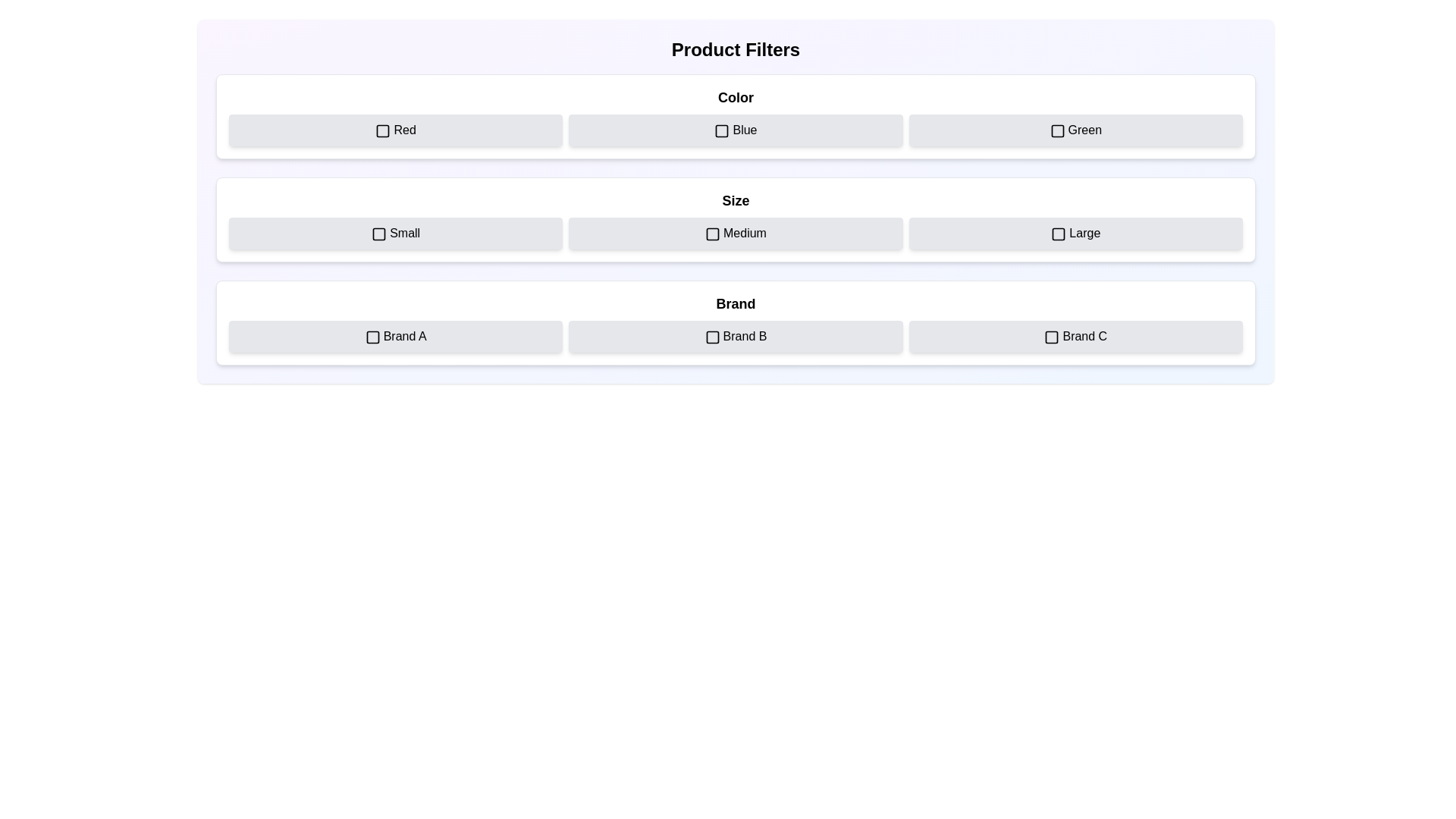 This screenshot has height=819, width=1456. What do you see at coordinates (711, 336) in the screenshot?
I see `the Checkbox graphical indicator for the Brand B filter, which is part of a row of brand filters at the bottom of the filter panel` at bounding box center [711, 336].